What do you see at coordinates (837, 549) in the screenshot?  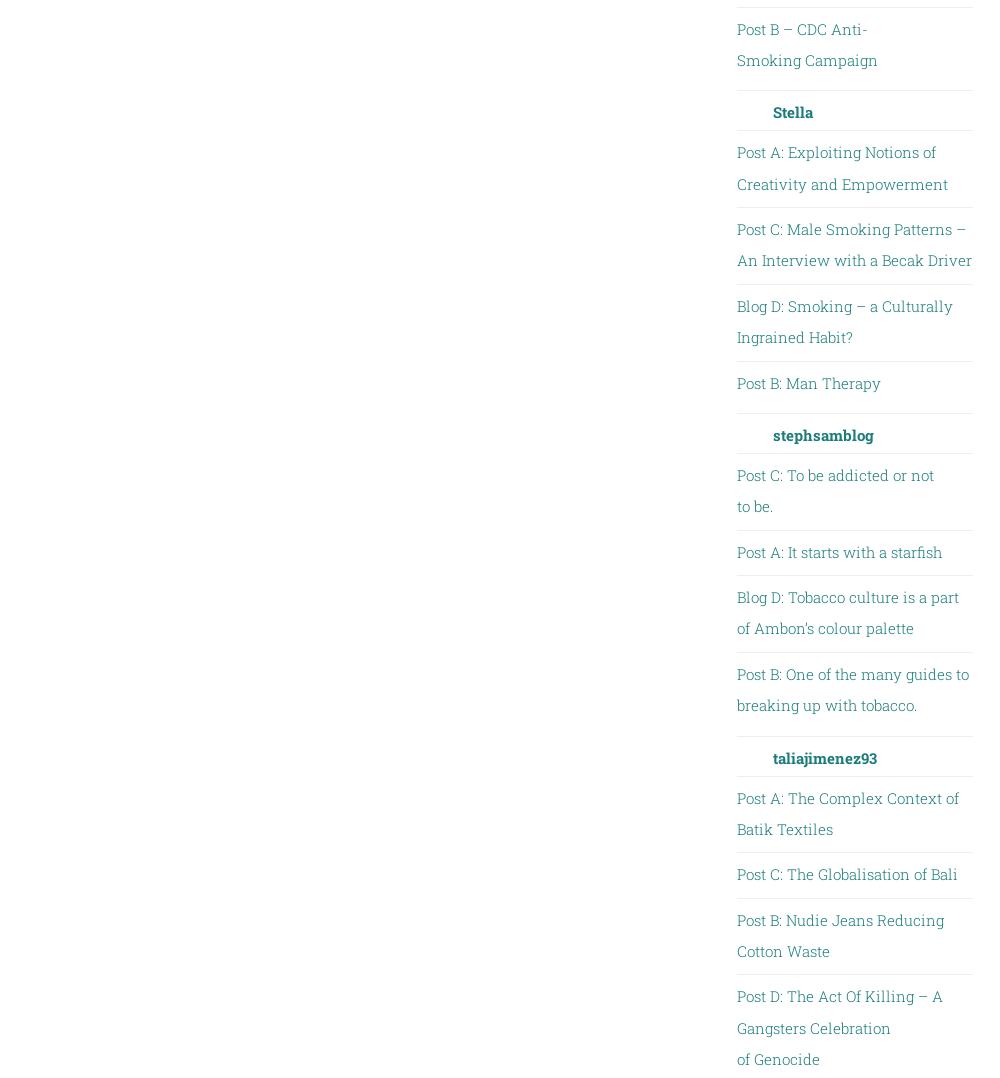 I see `'Post A: It starts with a starfish'` at bounding box center [837, 549].